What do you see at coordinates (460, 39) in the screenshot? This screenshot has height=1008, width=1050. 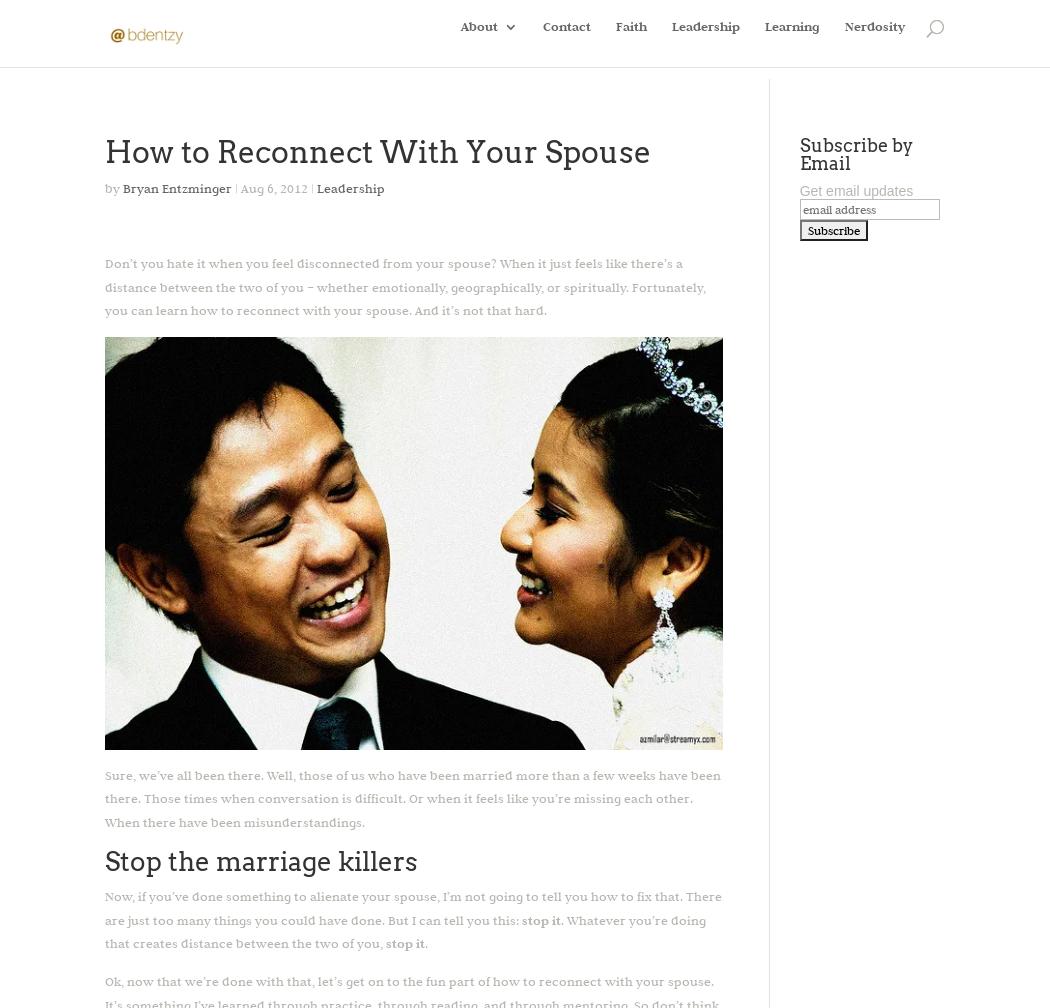 I see `'About'` at bounding box center [460, 39].